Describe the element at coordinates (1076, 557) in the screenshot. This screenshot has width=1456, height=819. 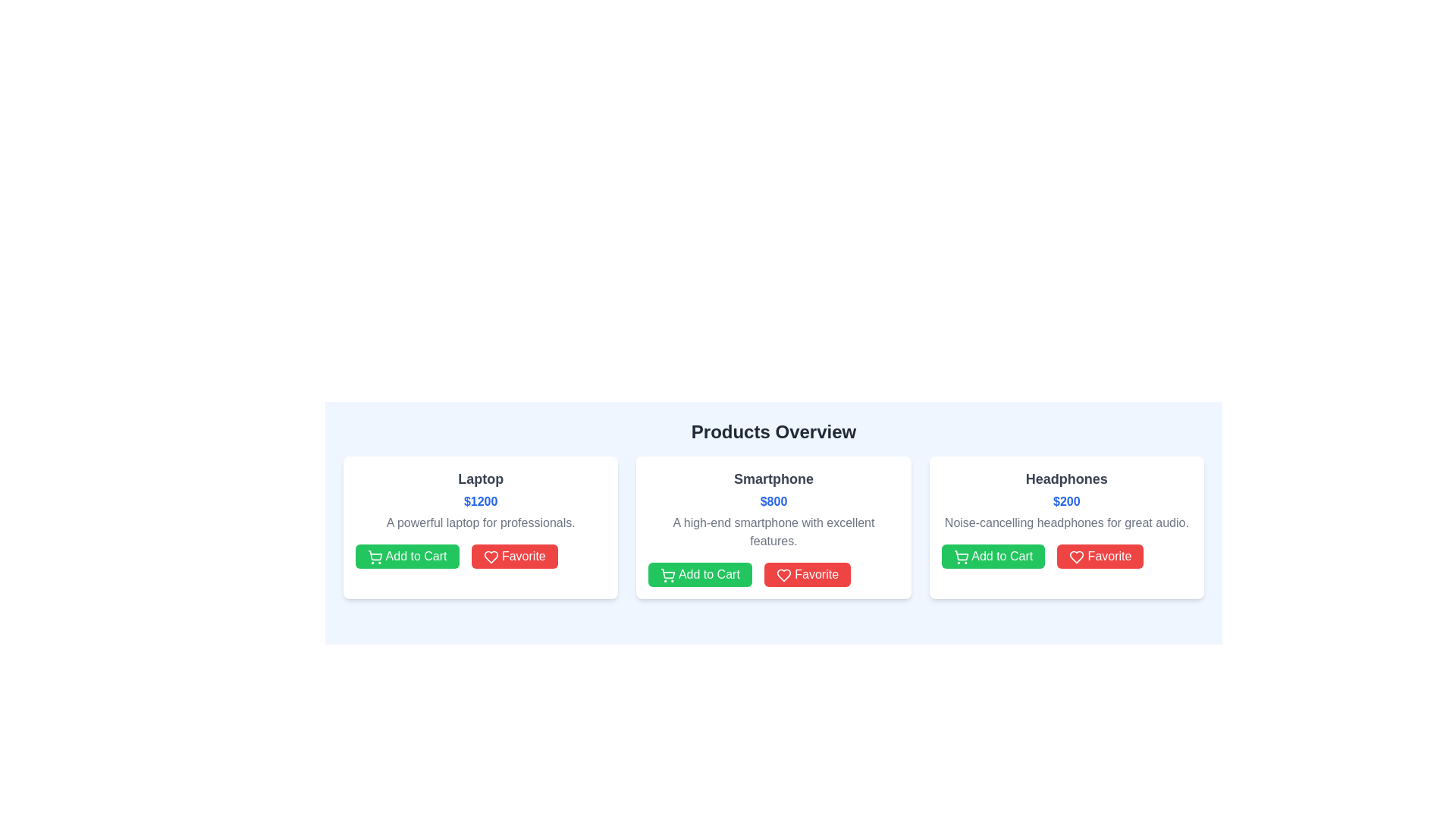
I see `the Favorite Icon associated with the Headphones product card located in the bottom row of the card` at that location.